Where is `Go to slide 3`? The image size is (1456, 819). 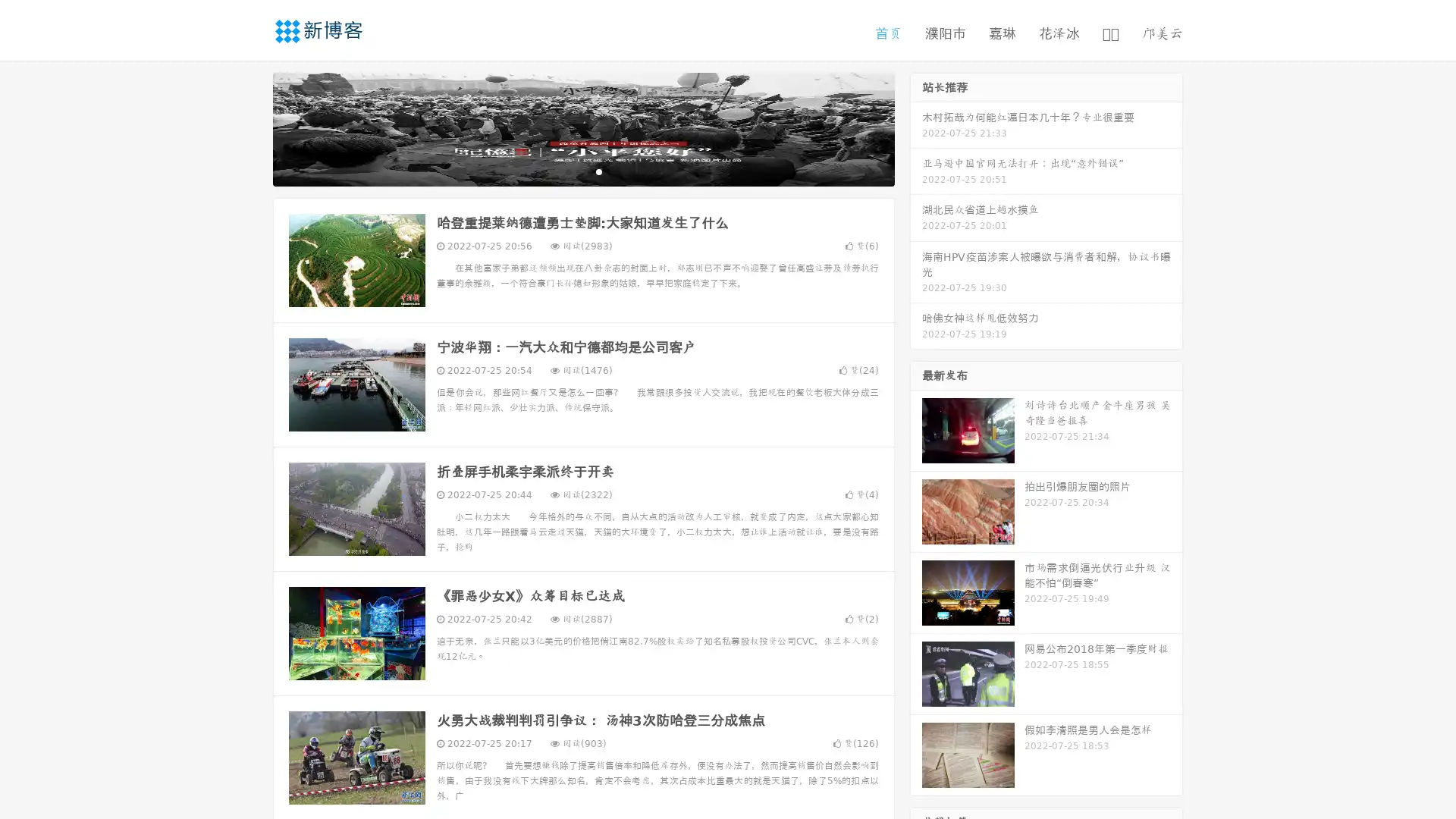 Go to slide 3 is located at coordinates (598, 171).